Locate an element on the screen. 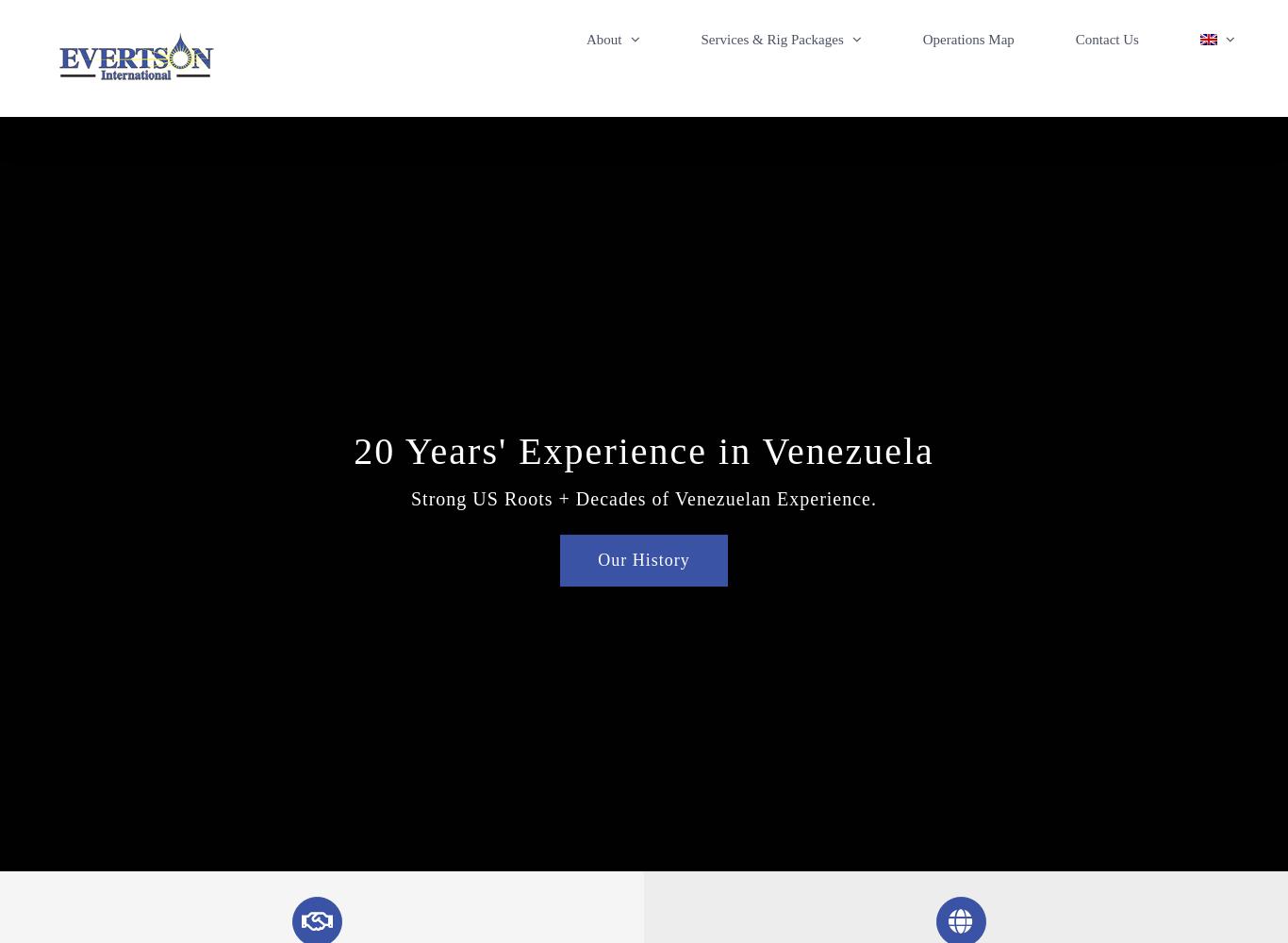  '20 Years' Experience in Venezuela' is located at coordinates (642, 437).